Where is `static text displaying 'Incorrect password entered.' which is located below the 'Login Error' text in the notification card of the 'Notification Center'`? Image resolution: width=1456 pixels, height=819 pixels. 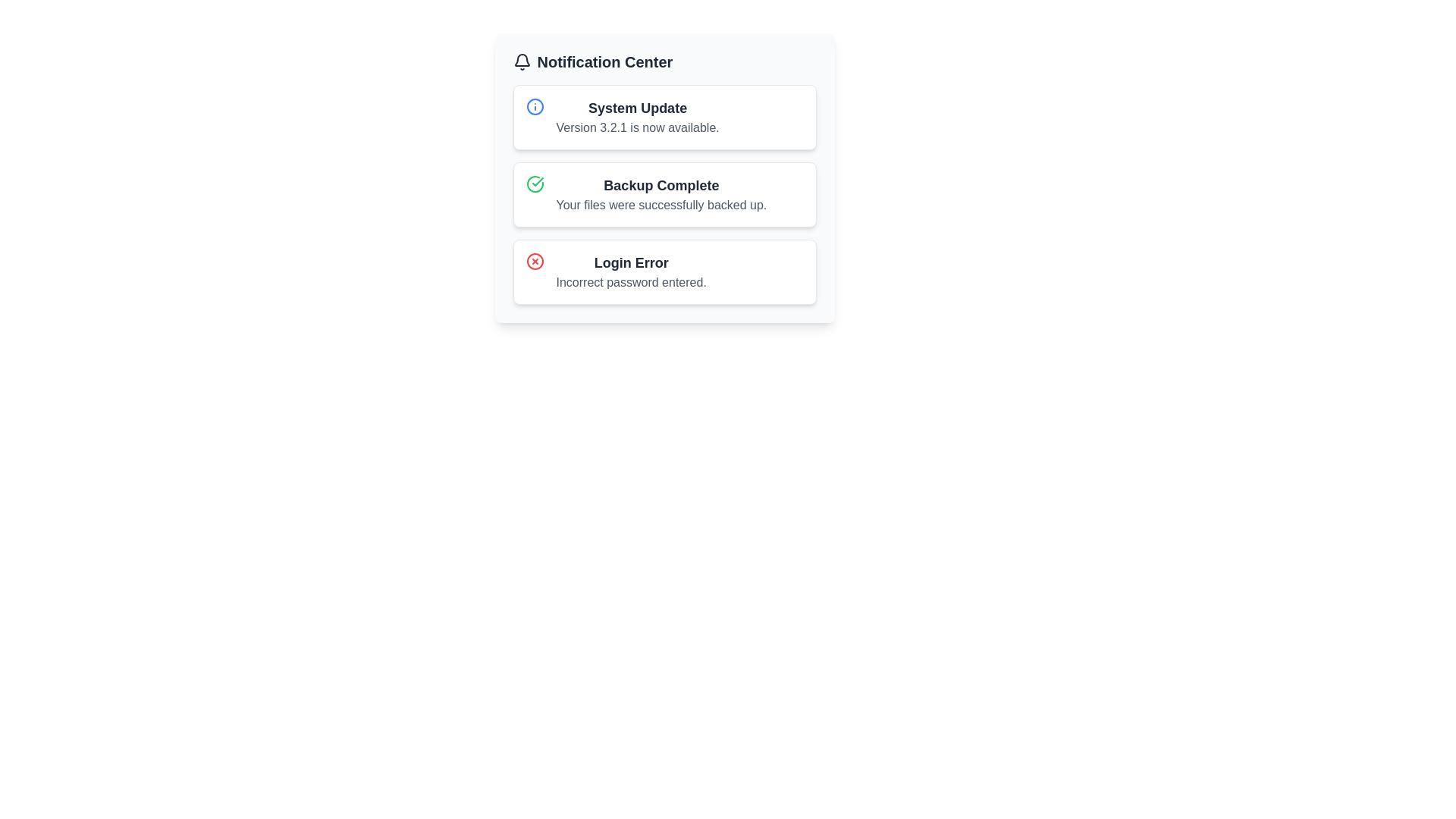 static text displaying 'Incorrect password entered.' which is located below the 'Login Error' text in the notification card of the 'Notification Center' is located at coordinates (631, 283).